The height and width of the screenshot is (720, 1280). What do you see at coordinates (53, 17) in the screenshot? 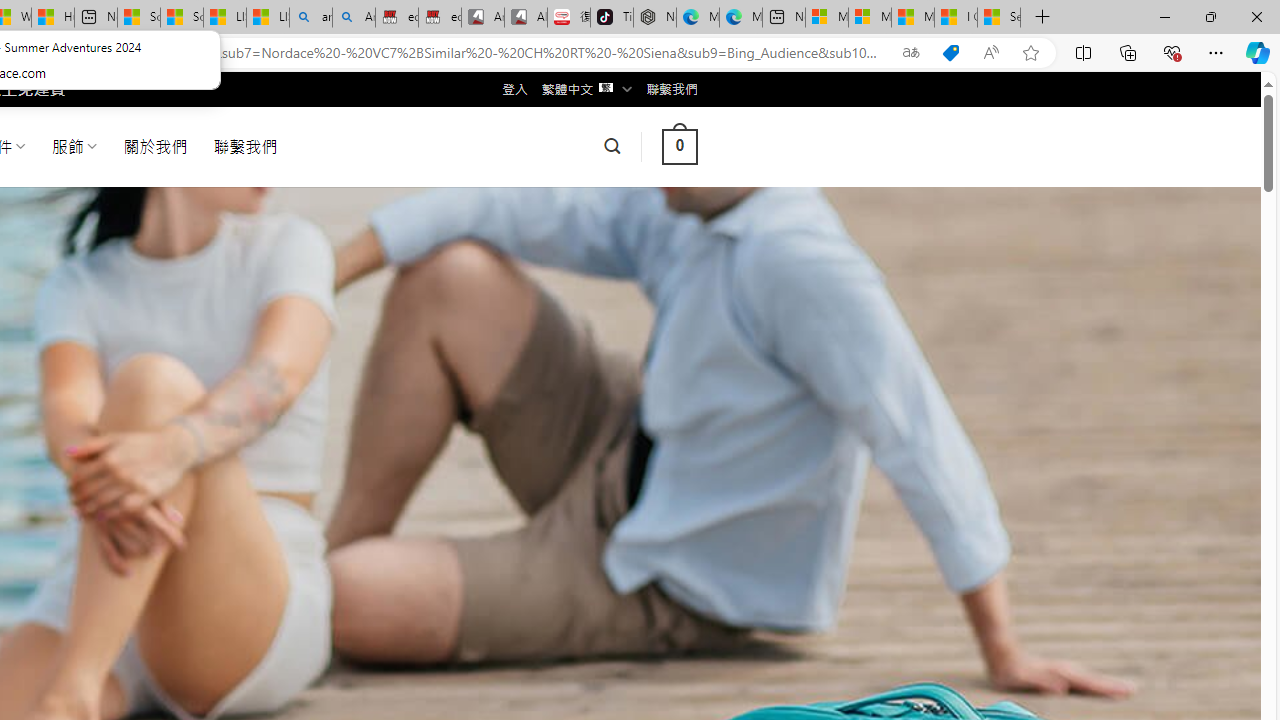
I see `'Huge shark washes ashore at New York City beach | Watch'` at bounding box center [53, 17].